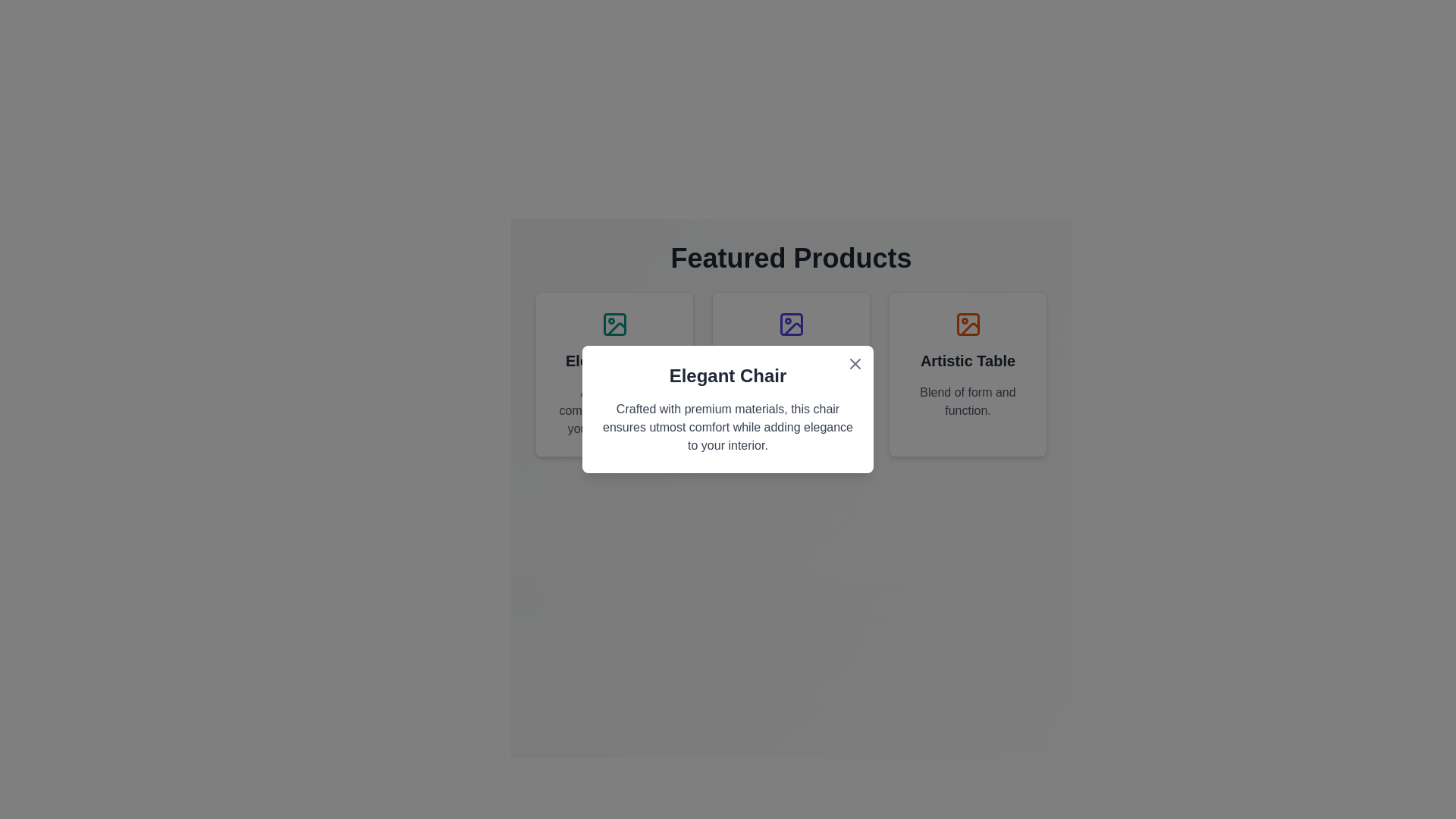 Image resolution: width=1456 pixels, height=819 pixels. Describe the element at coordinates (967, 324) in the screenshot. I see `the orange outlined photo icon with a small circle in the top-left corner and a triangular shape at the bottom, located at the top center of the 'Artistic Table' card` at that location.